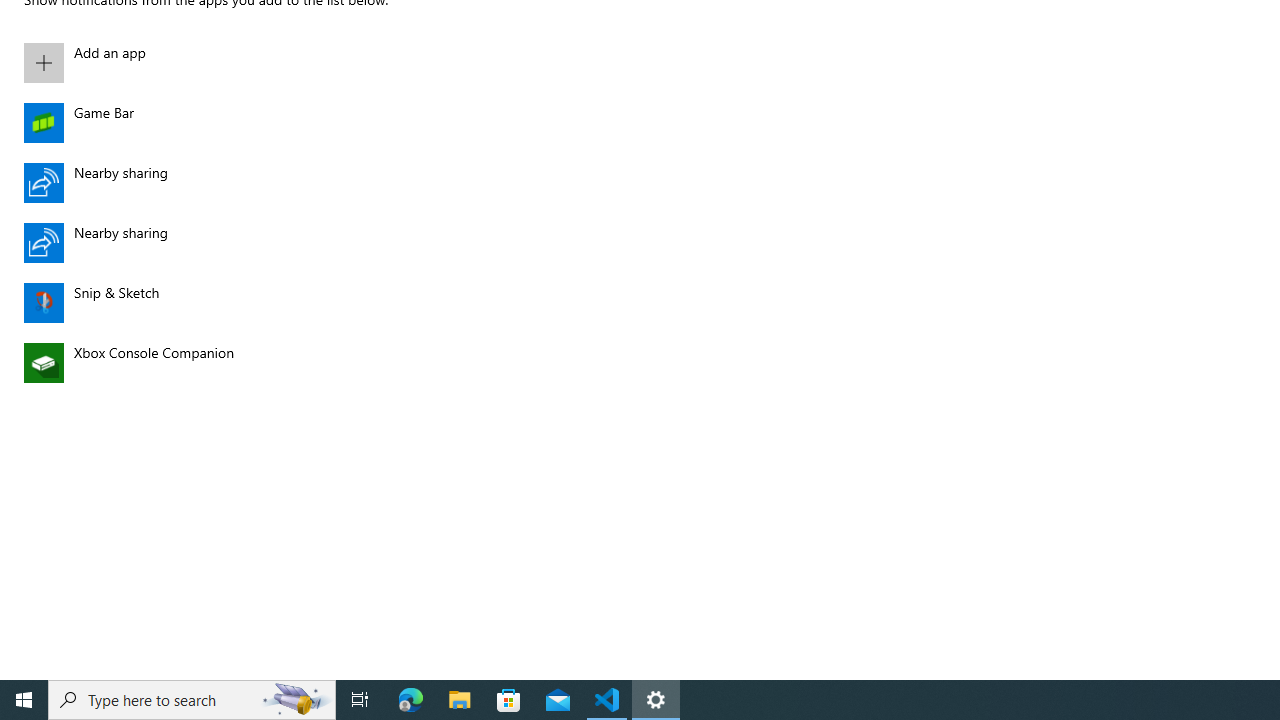 This screenshot has height=720, width=1280. What do you see at coordinates (192, 698) in the screenshot?
I see `'Type here to search'` at bounding box center [192, 698].